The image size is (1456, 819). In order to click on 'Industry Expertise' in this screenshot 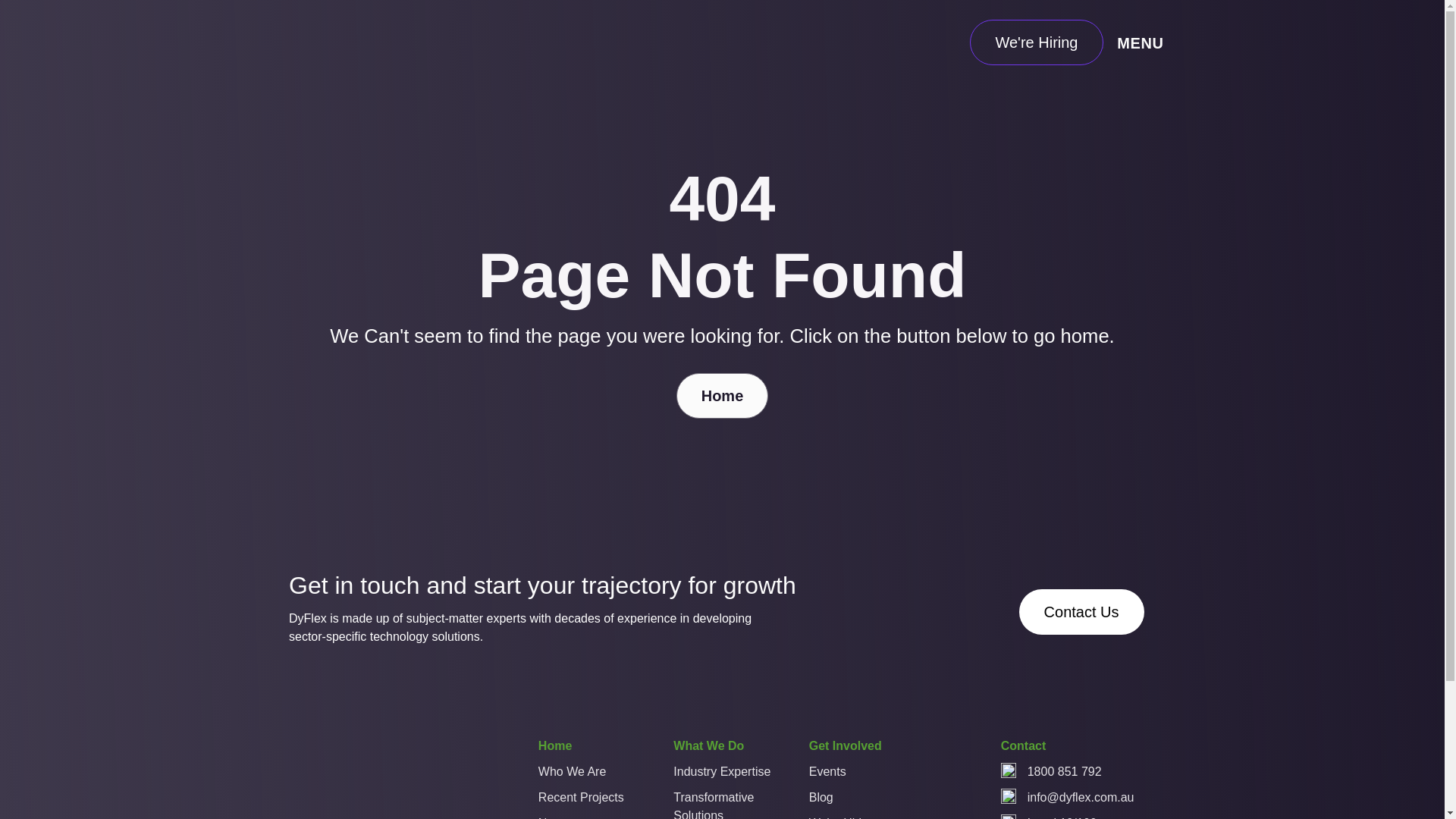, I will do `click(720, 775)`.